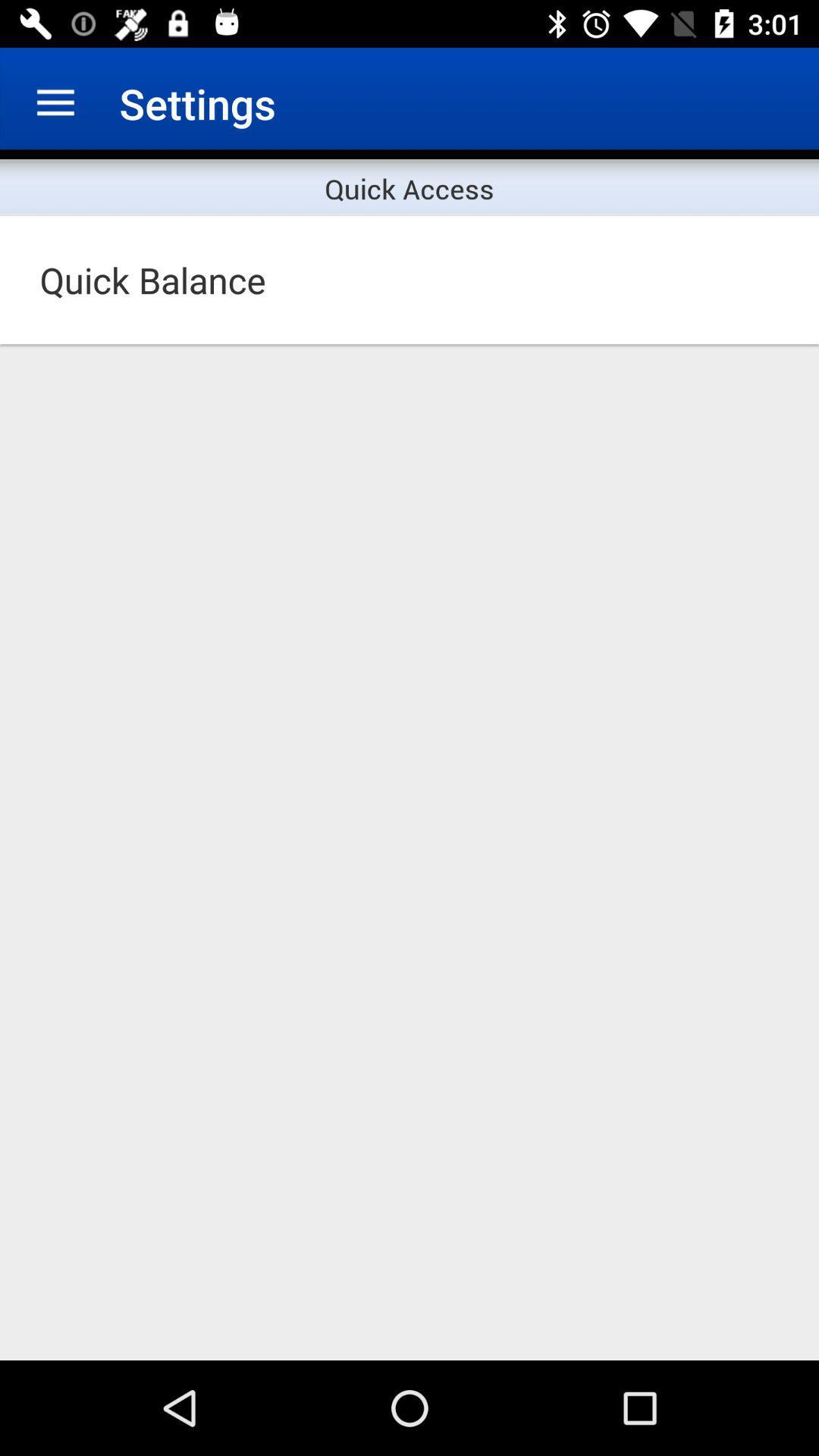 Image resolution: width=819 pixels, height=1456 pixels. Describe the element at coordinates (55, 102) in the screenshot. I see `the icon to the left of settings icon` at that location.